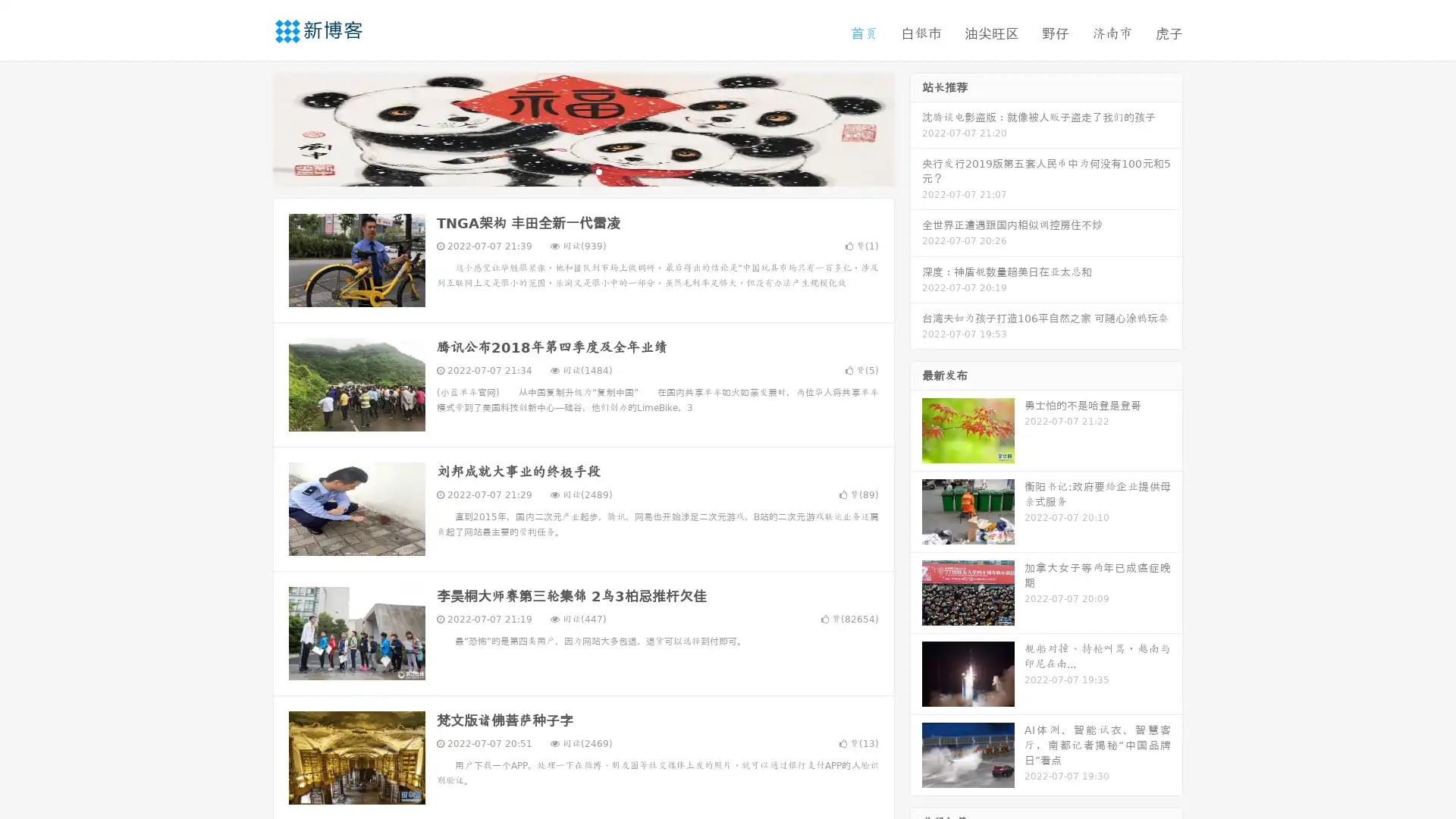 Image resolution: width=1456 pixels, height=819 pixels. What do you see at coordinates (567, 171) in the screenshot?
I see `Go to slide 1` at bounding box center [567, 171].